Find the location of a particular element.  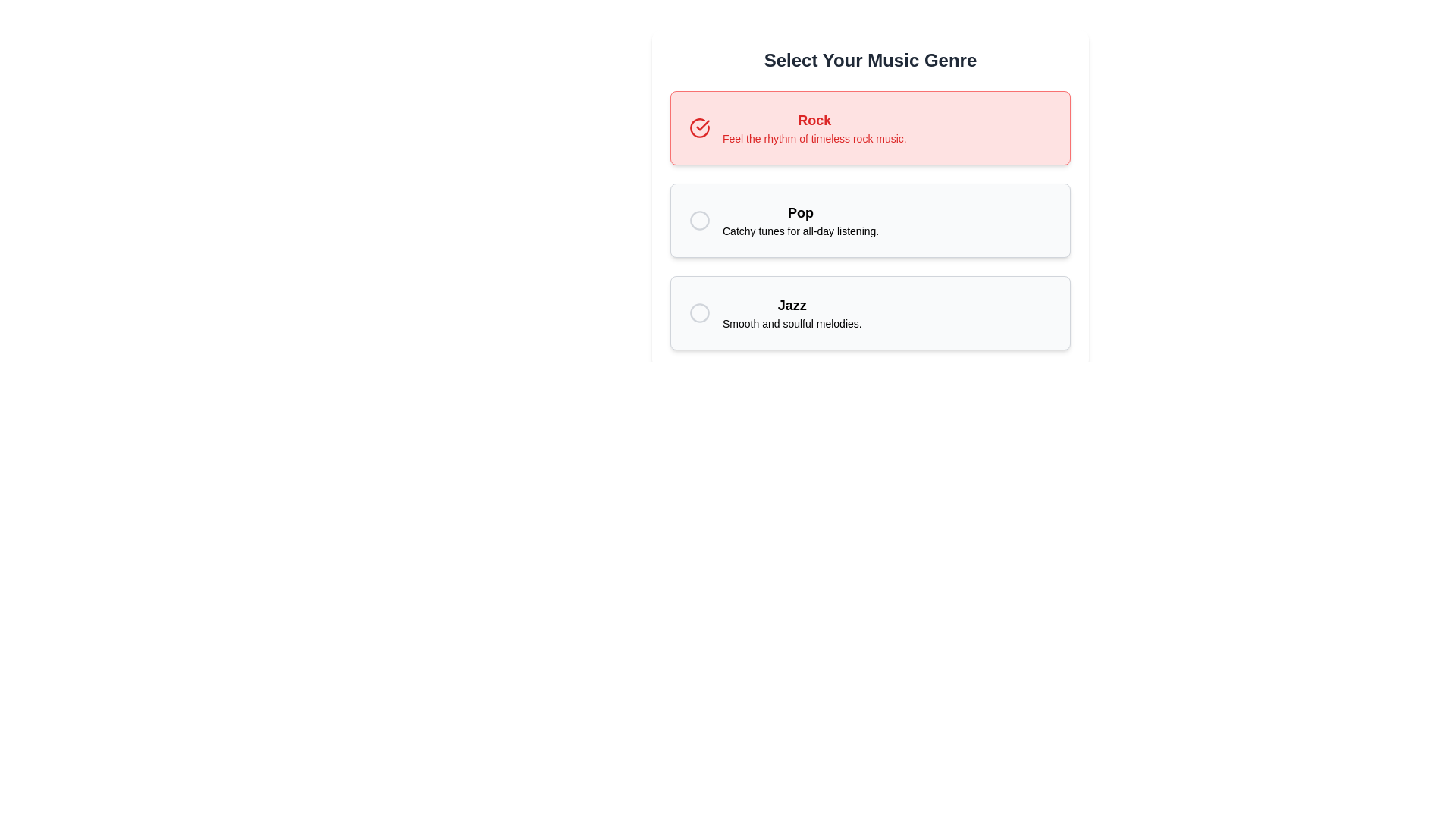

the radio button indicating the selection for the 'Jazz' music genre option is located at coordinates (698, 312).